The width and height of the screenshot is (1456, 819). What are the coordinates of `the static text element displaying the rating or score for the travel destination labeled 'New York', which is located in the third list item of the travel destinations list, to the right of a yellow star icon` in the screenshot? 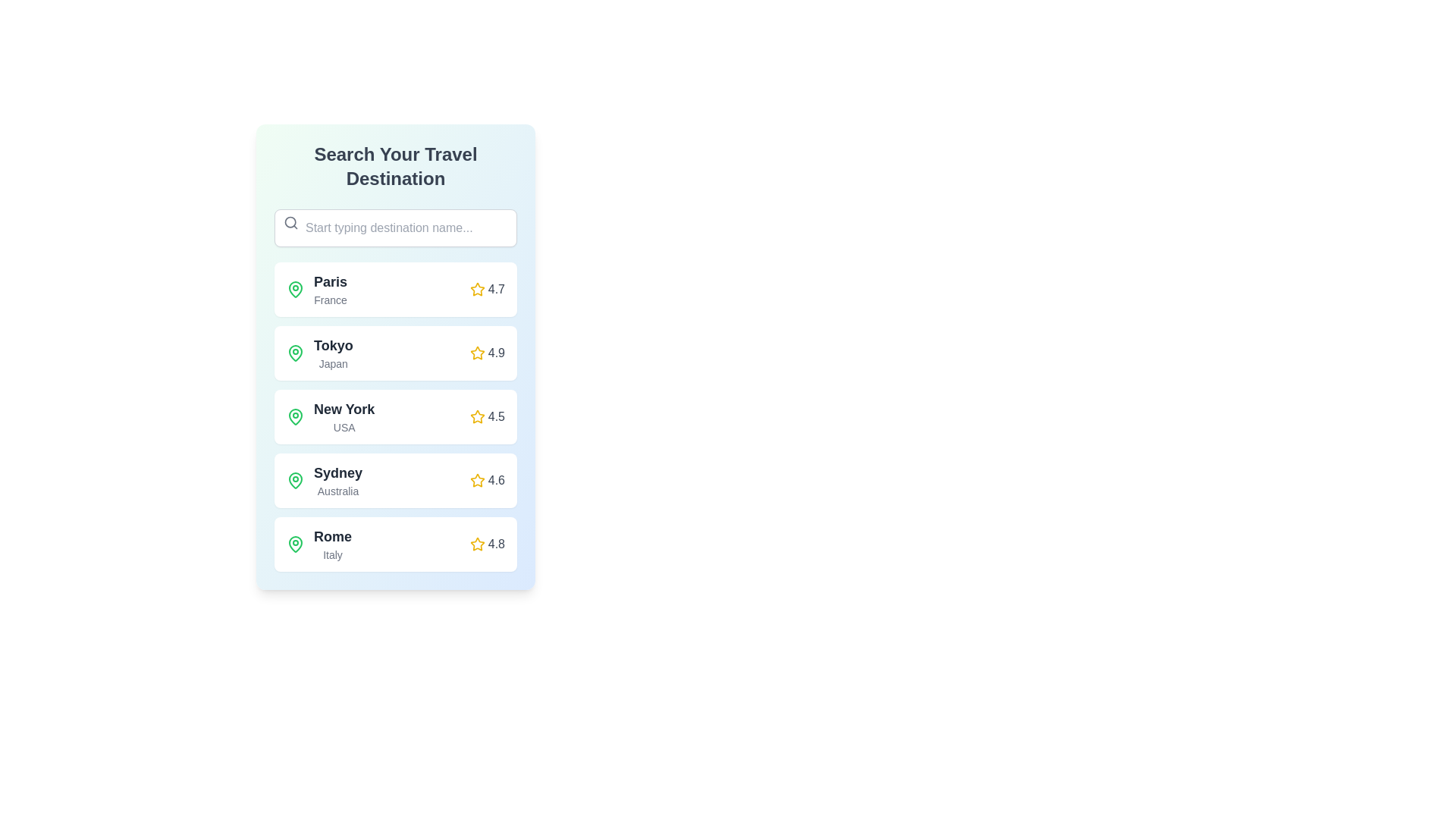 It's located at (496, 417).